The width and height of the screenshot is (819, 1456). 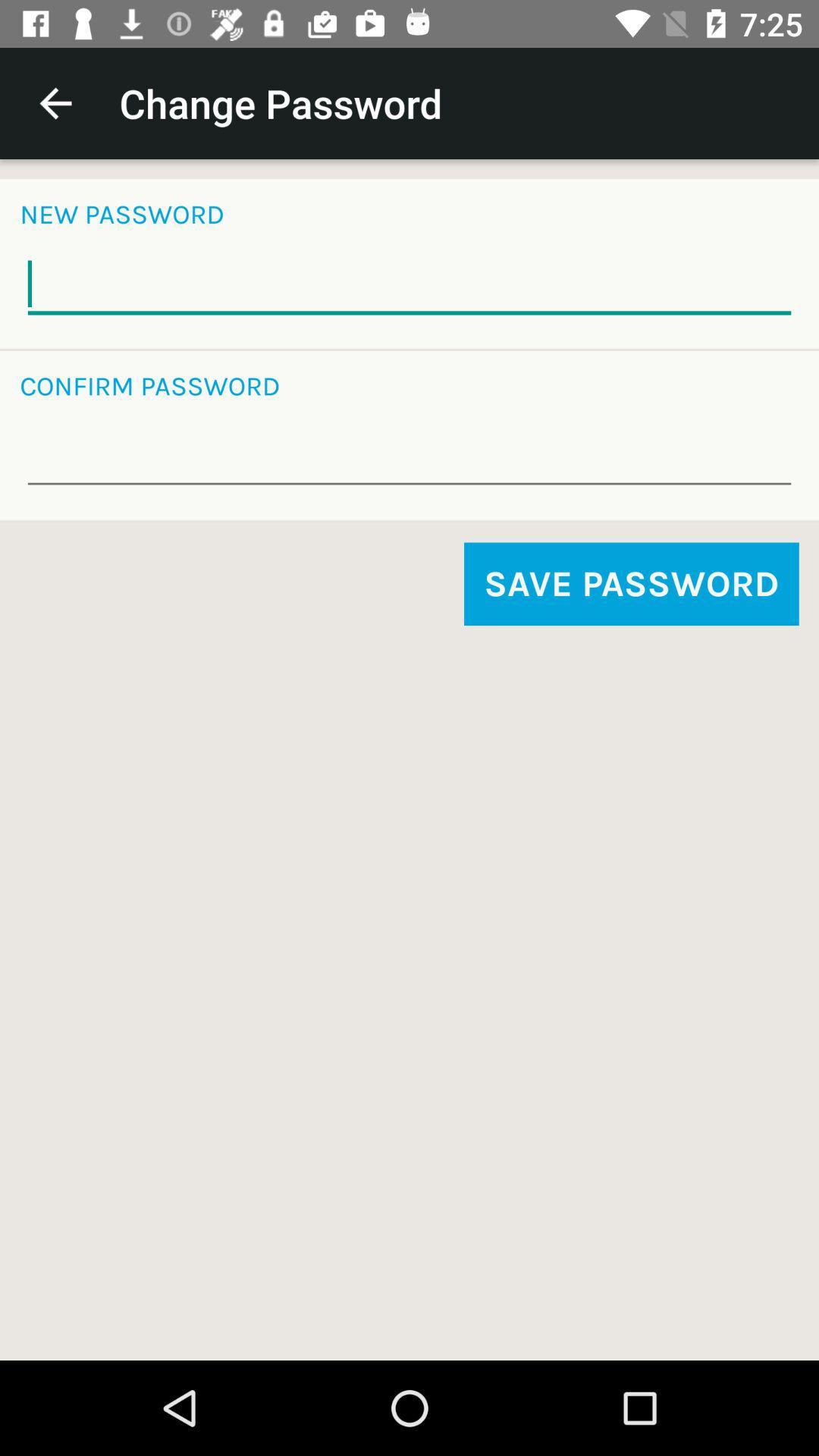 I want to click on input password for verification, so click(x=409, y=455).